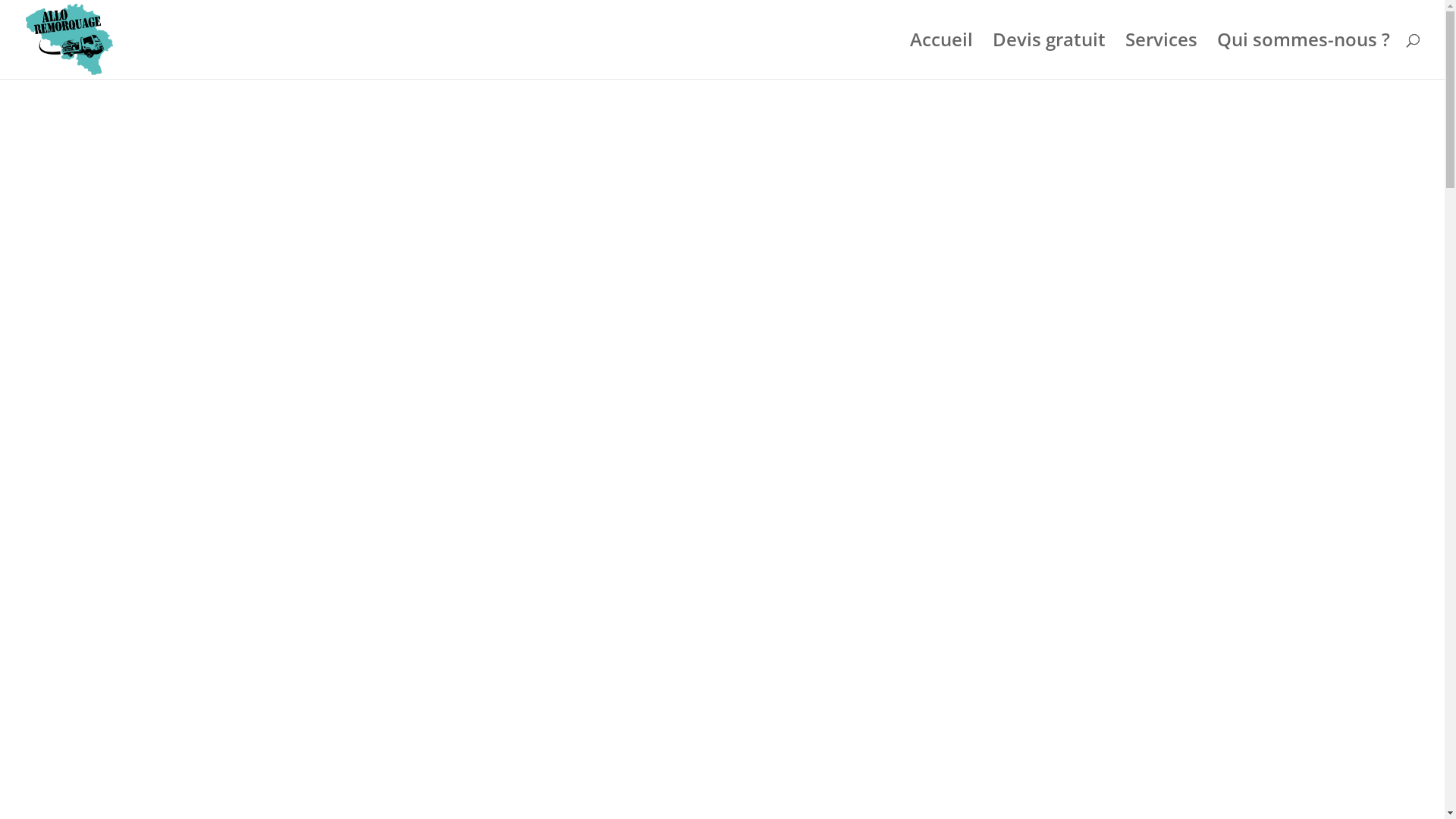  I want to click on 'Accueil', so click(940, 55).